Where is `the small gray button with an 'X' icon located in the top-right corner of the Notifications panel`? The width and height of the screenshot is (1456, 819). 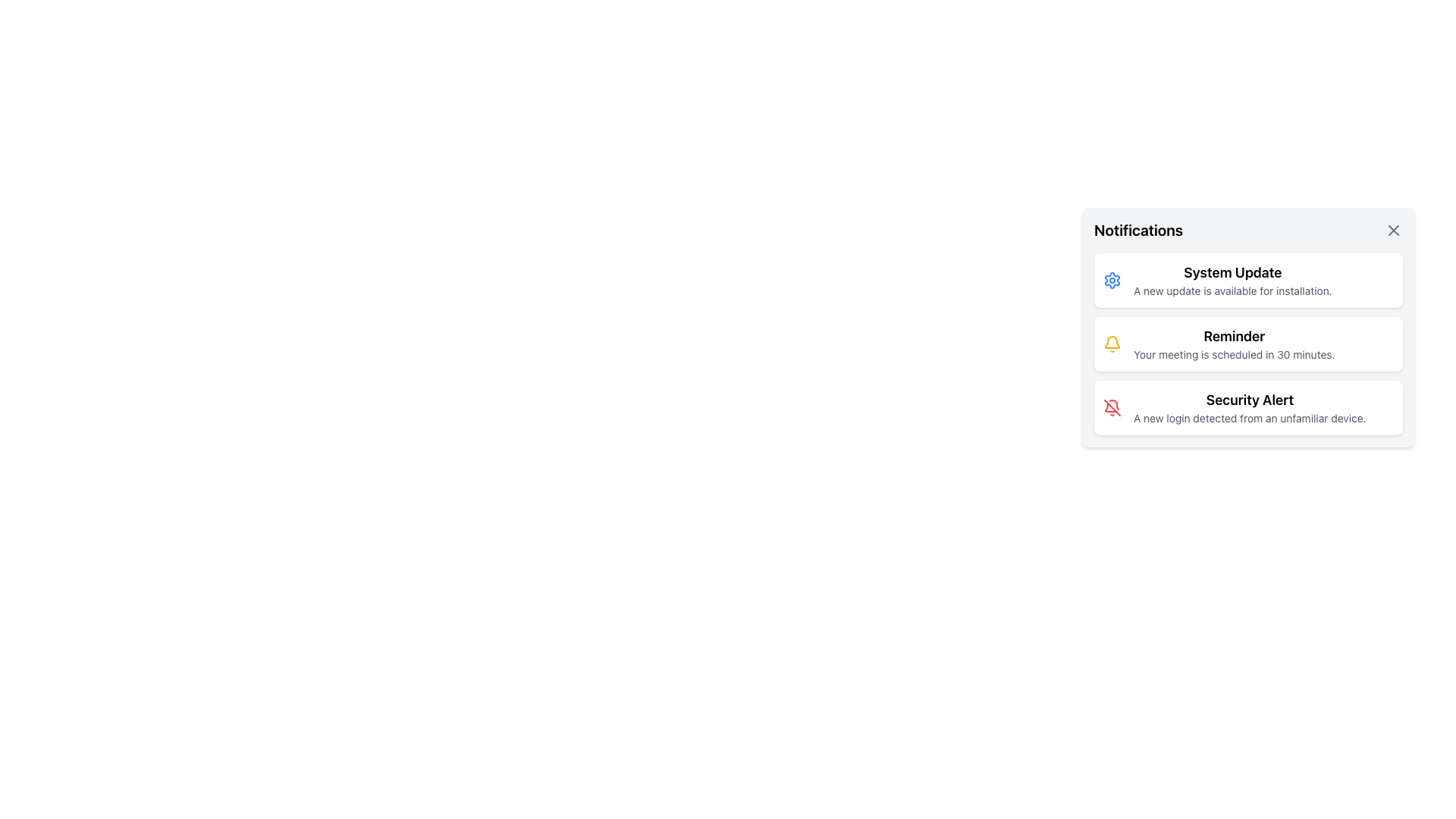 the small gray button with an 'X' icon located in the top-right corner of the Notifications panel is located at coordinates (1394, 231).